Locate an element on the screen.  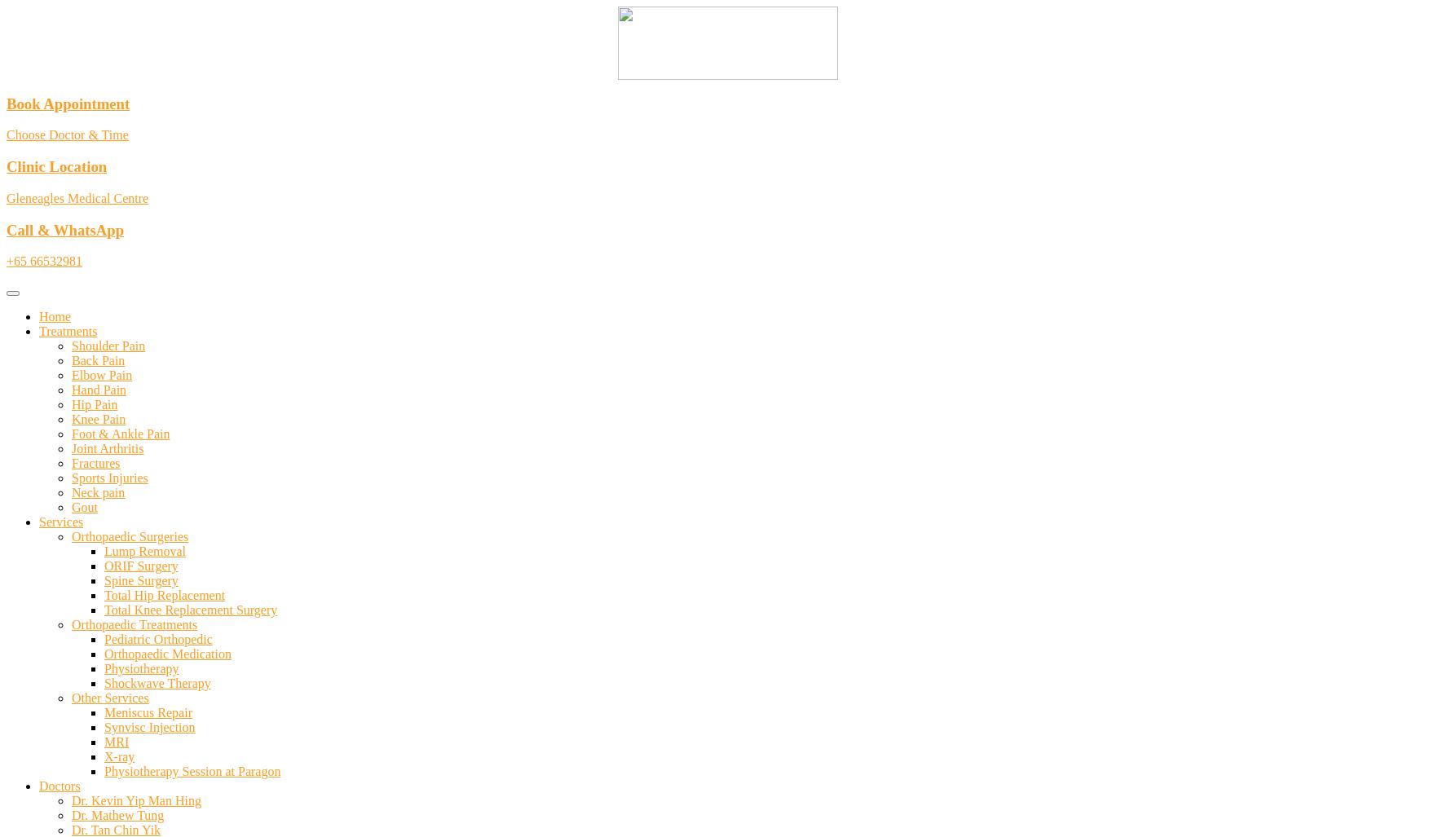
'+65 66532981' is located at coordinates (44, 260).